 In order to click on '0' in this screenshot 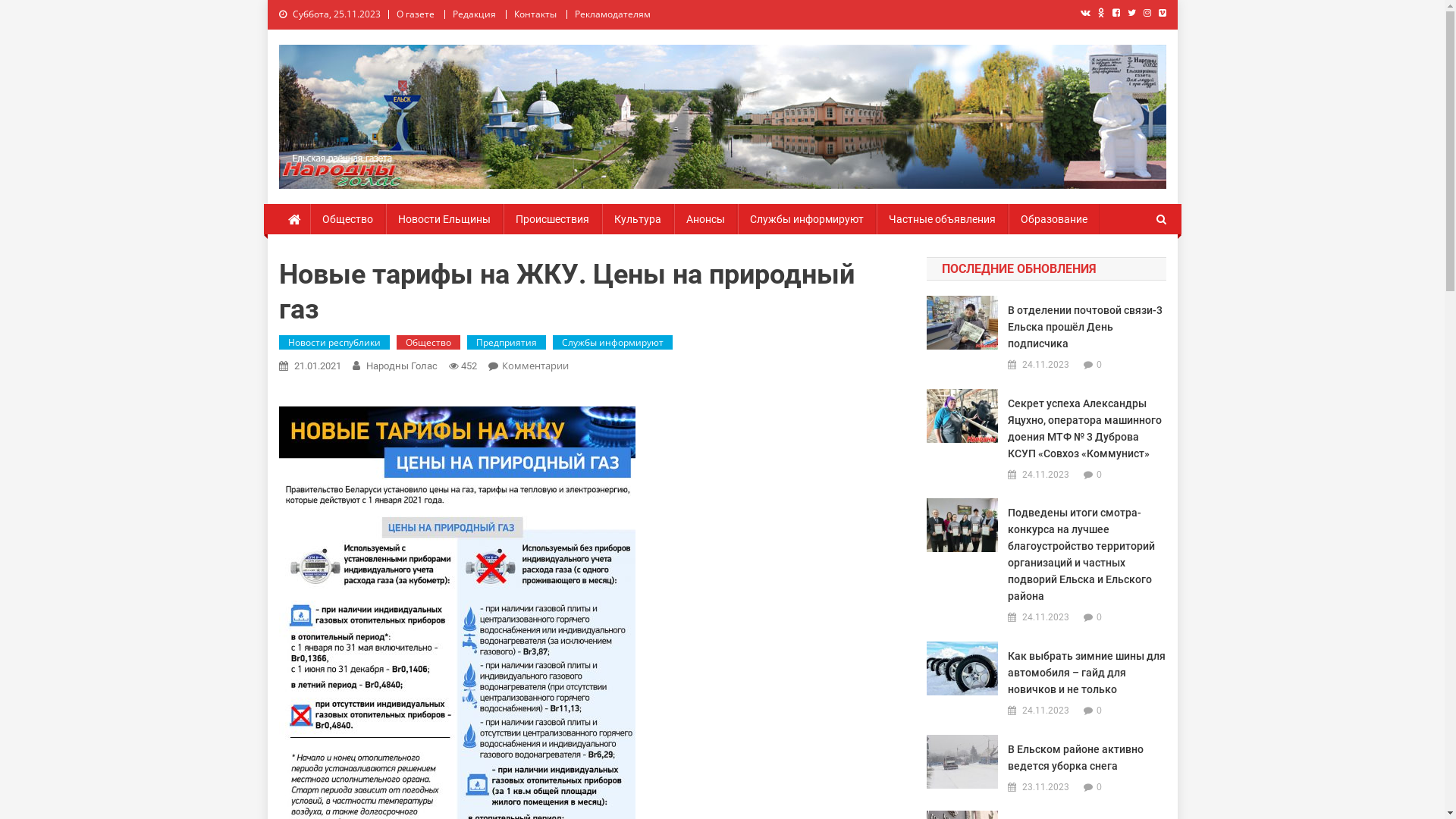, I will do `click(1099, 786)`.